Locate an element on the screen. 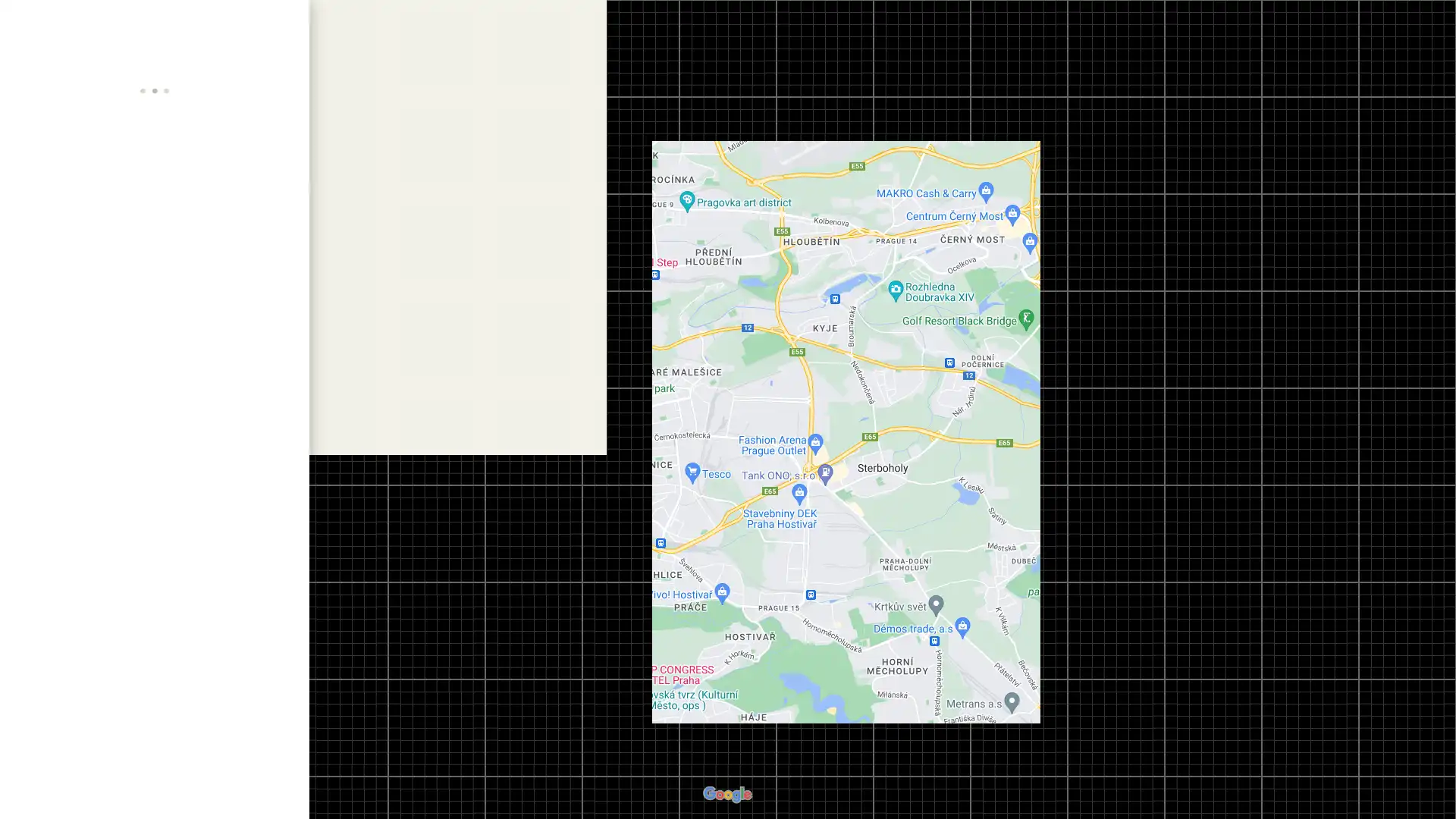 This screenshot has height=819, width=1456. Suggest an edit is located at coordinates (155, 526).